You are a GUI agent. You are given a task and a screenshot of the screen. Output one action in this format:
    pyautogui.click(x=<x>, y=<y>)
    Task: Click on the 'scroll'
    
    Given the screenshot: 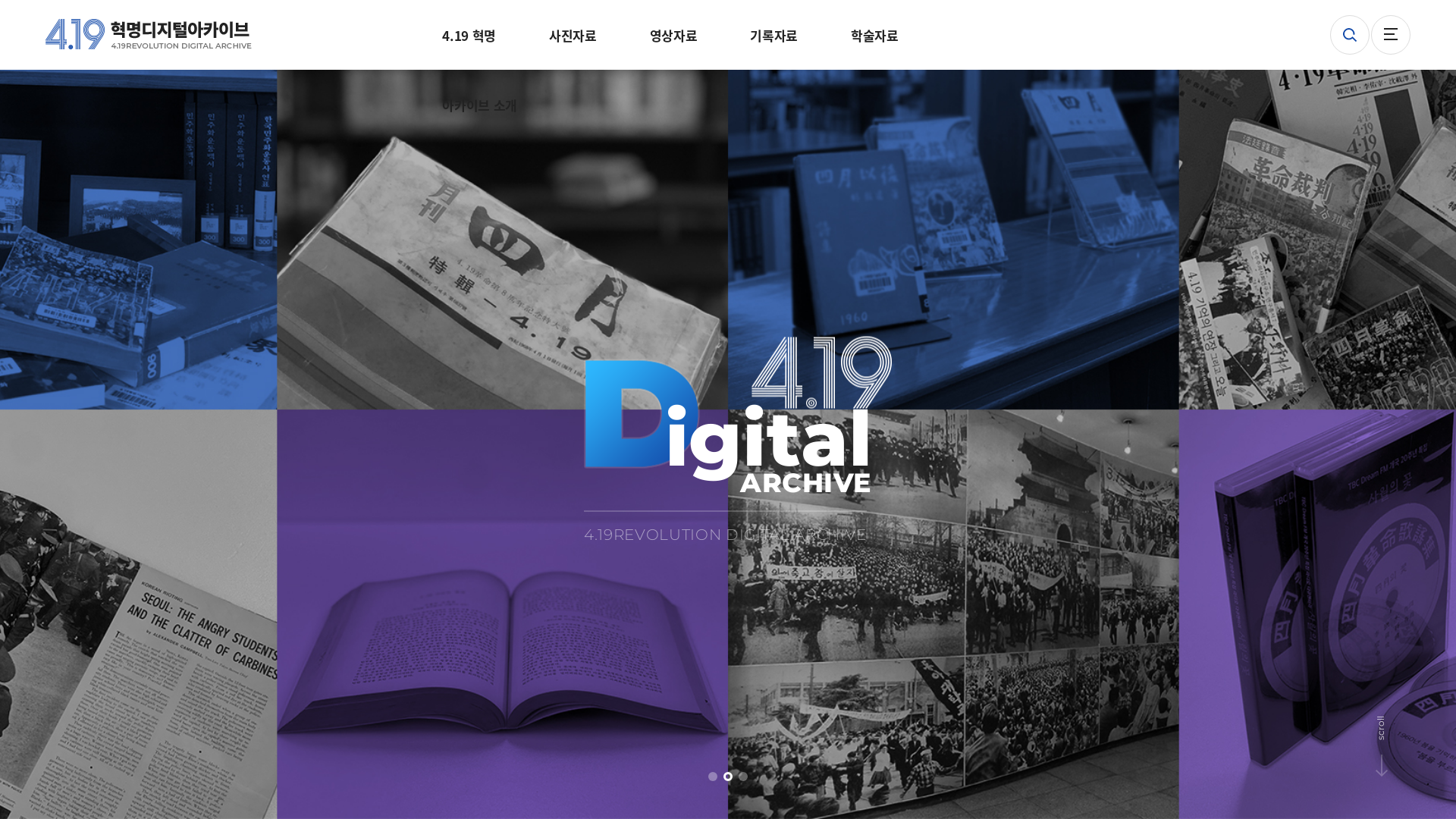 What is the action you would take?
    pyautogui.click(x=1399, y=723)
    